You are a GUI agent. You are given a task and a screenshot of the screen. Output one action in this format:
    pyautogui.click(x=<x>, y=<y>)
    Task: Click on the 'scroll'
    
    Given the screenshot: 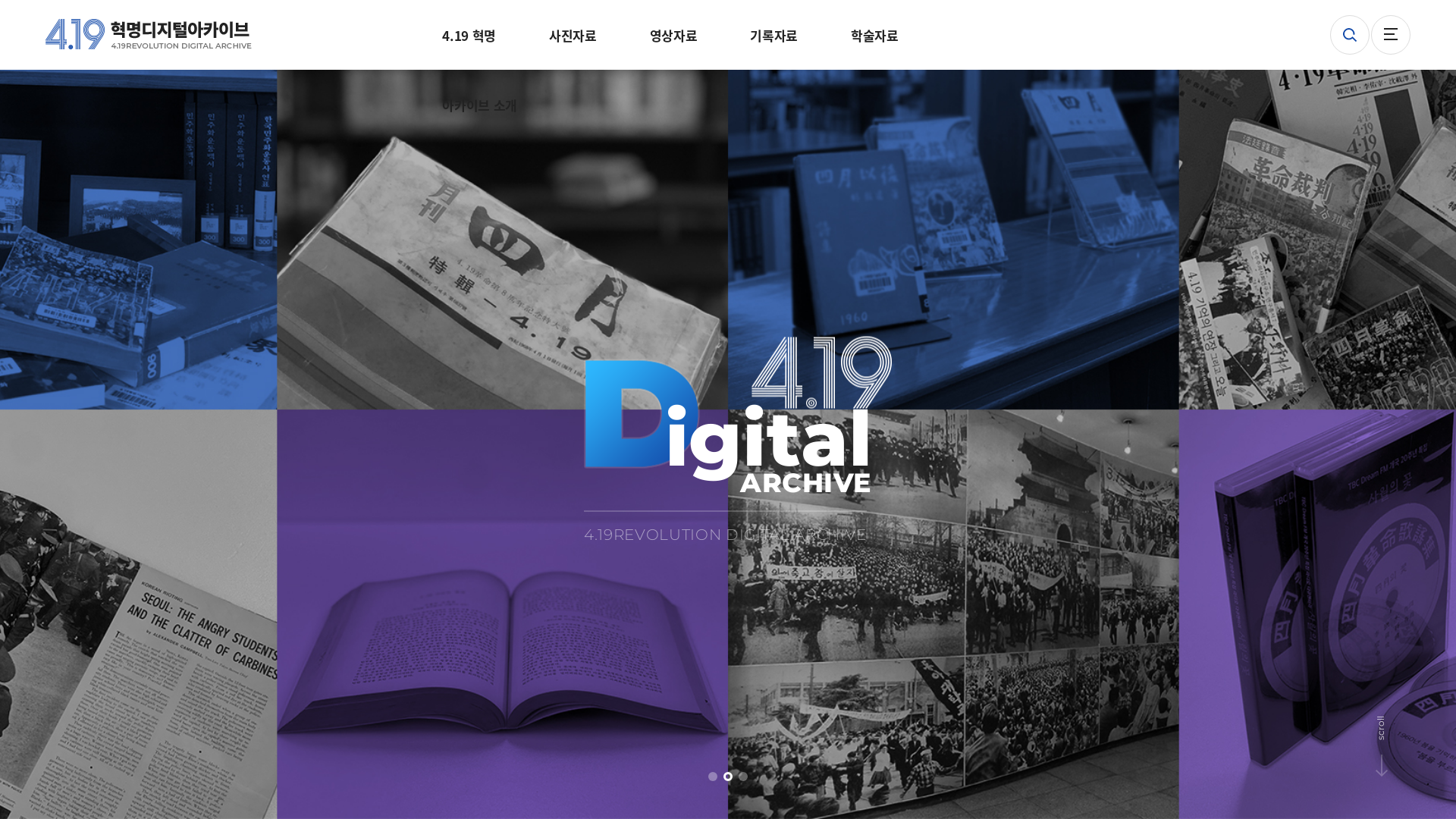 What is the action you would take?
    pyautogui.click(x=1399, y=723)
    